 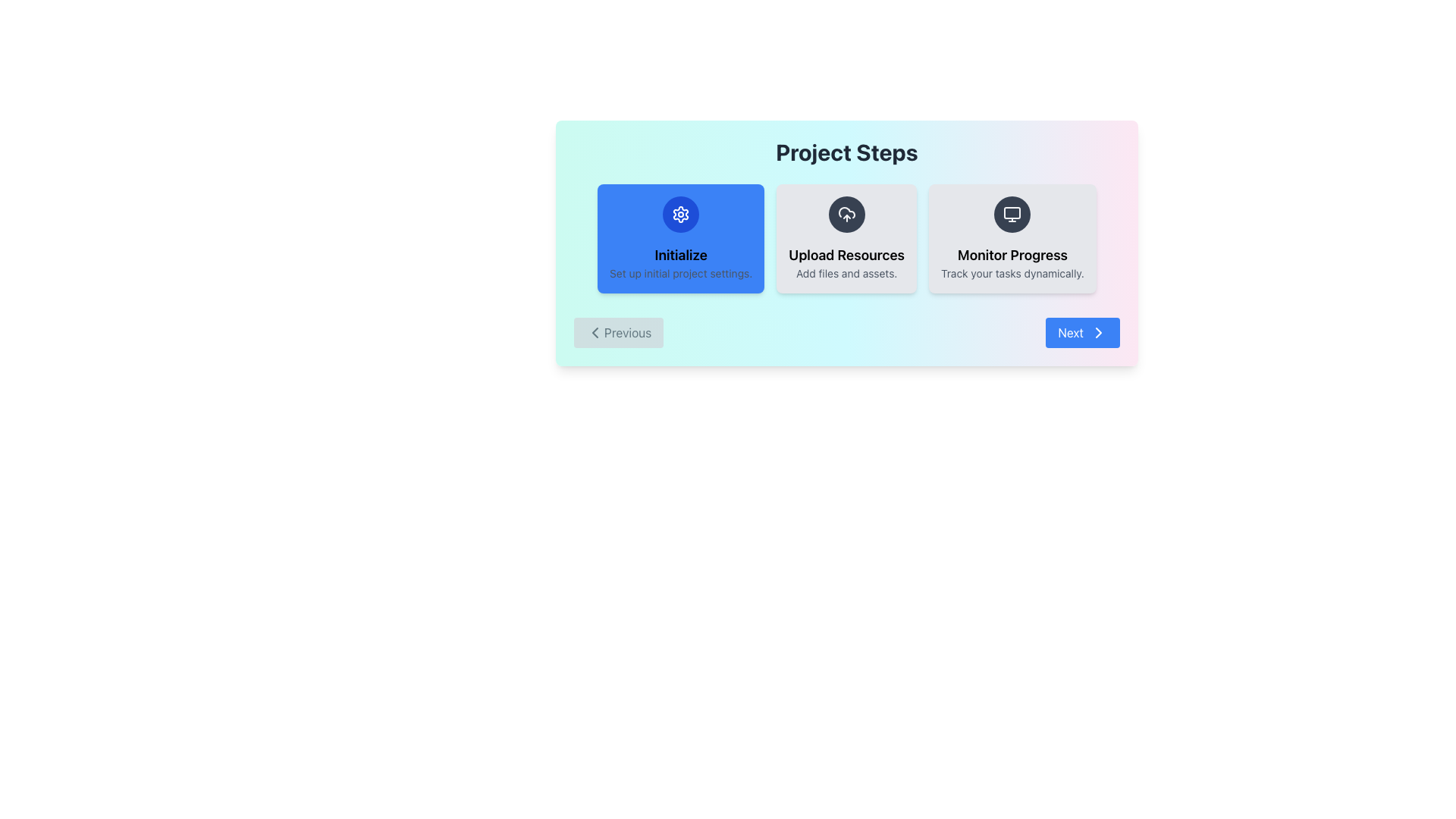 I want to click on information provided in the Text Block that explains the functionality of the 'Upload Resources' step in the Project Steps interface, located between the 'Initialize' and 'Monitor Progress' sections, so click(x=846, y=262).